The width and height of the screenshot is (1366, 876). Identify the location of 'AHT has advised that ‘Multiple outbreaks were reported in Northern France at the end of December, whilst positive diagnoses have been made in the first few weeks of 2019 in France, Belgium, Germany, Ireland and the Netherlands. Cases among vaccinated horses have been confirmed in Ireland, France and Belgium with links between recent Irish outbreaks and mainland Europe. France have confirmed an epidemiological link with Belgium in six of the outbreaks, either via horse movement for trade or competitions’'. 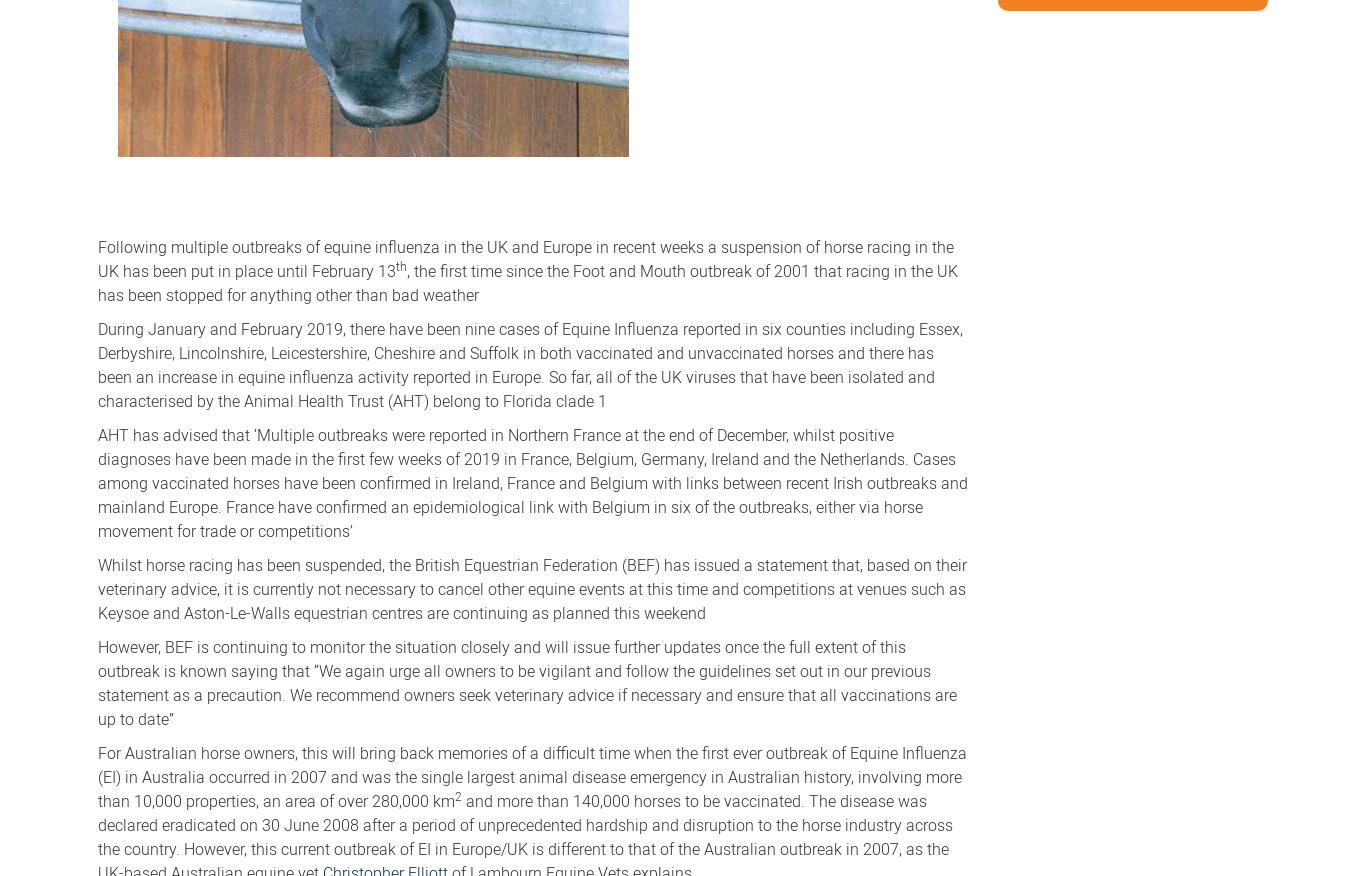
(533, 480).